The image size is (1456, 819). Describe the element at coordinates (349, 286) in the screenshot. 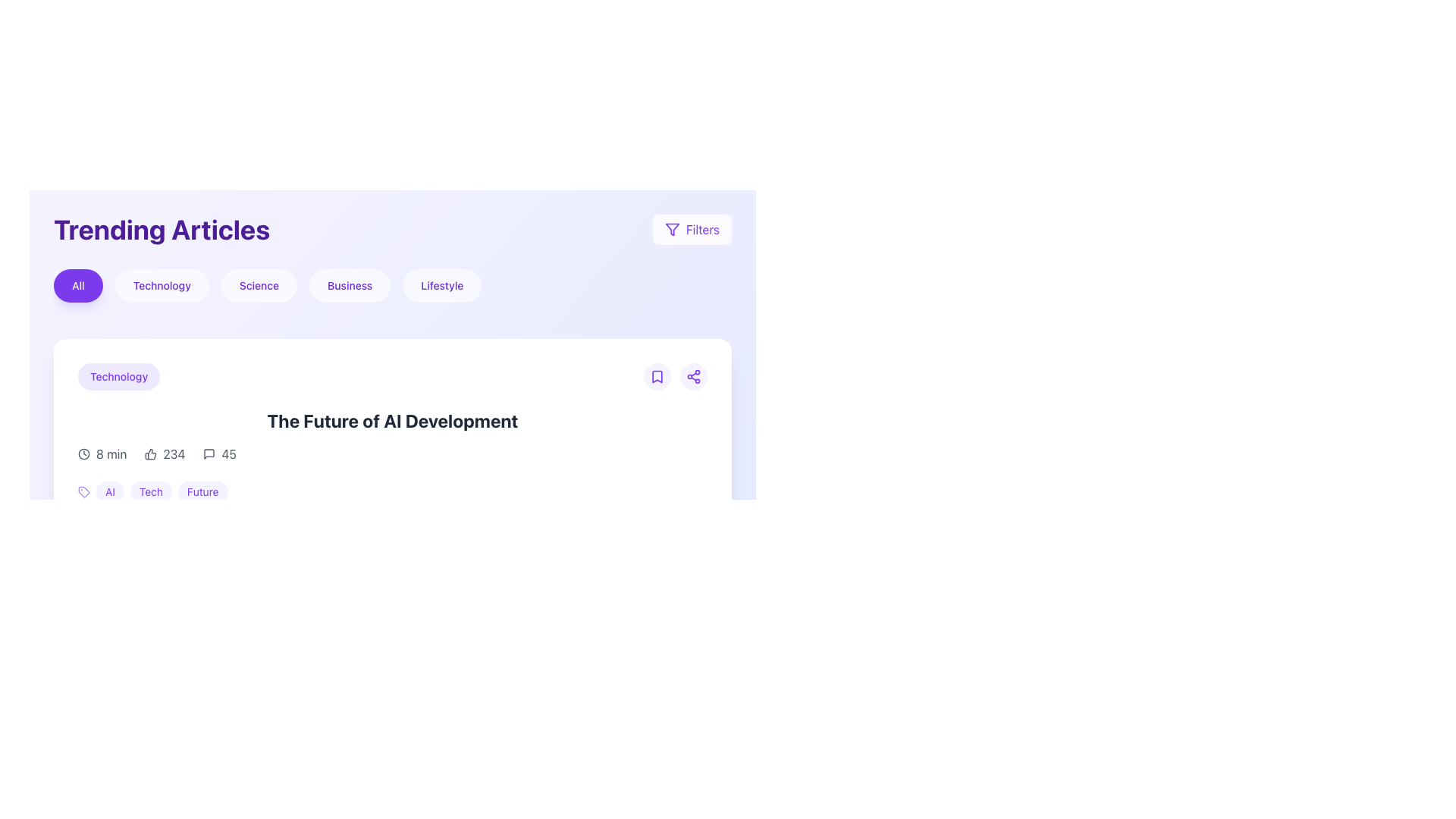

I see `the filter button that allows users` at that location.